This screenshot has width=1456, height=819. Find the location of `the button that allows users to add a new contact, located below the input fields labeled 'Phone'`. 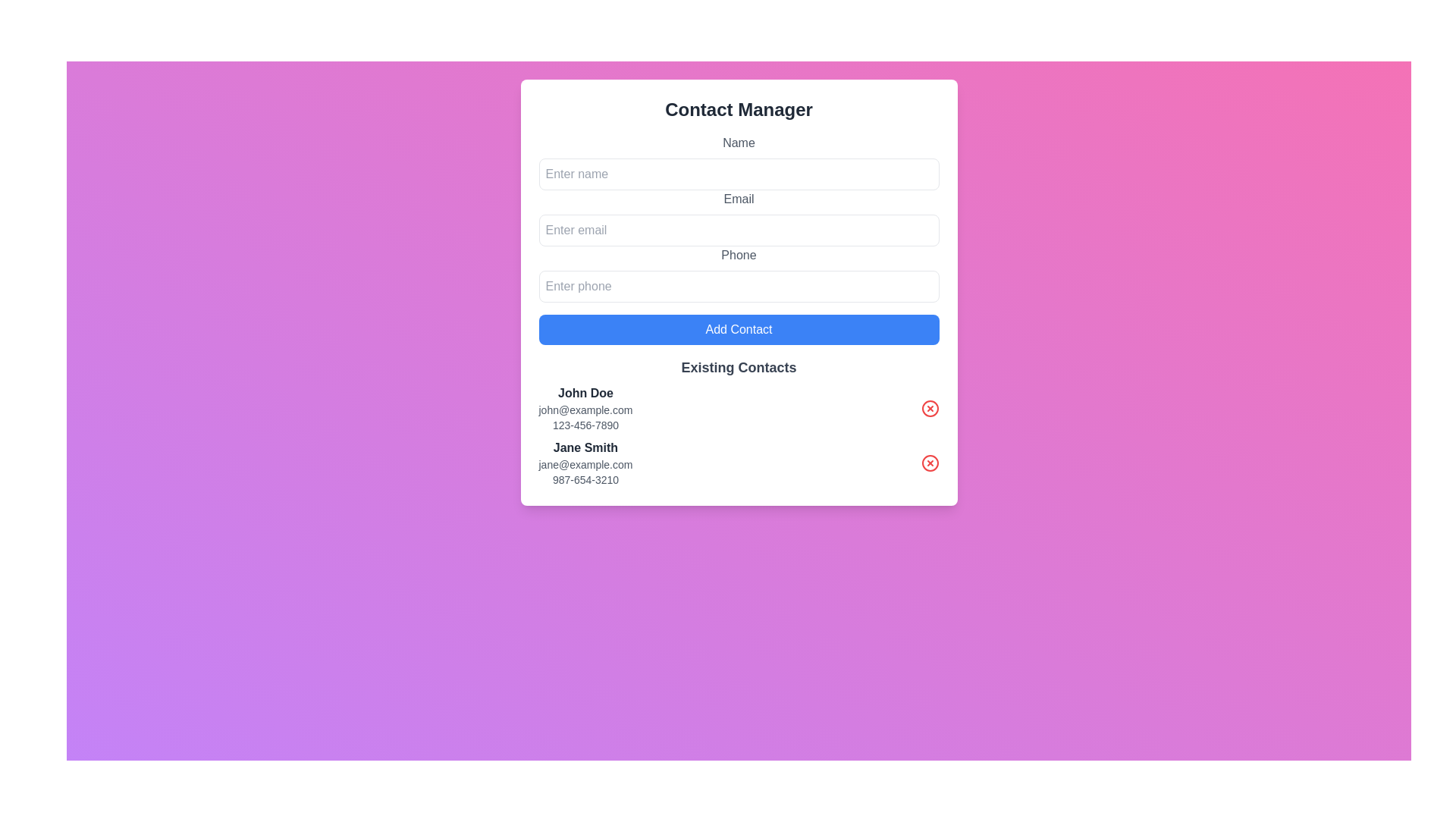

the button that allows users to add a new contact, located below the input fields labeled 'Phone' is located at coordinates (739, 329).